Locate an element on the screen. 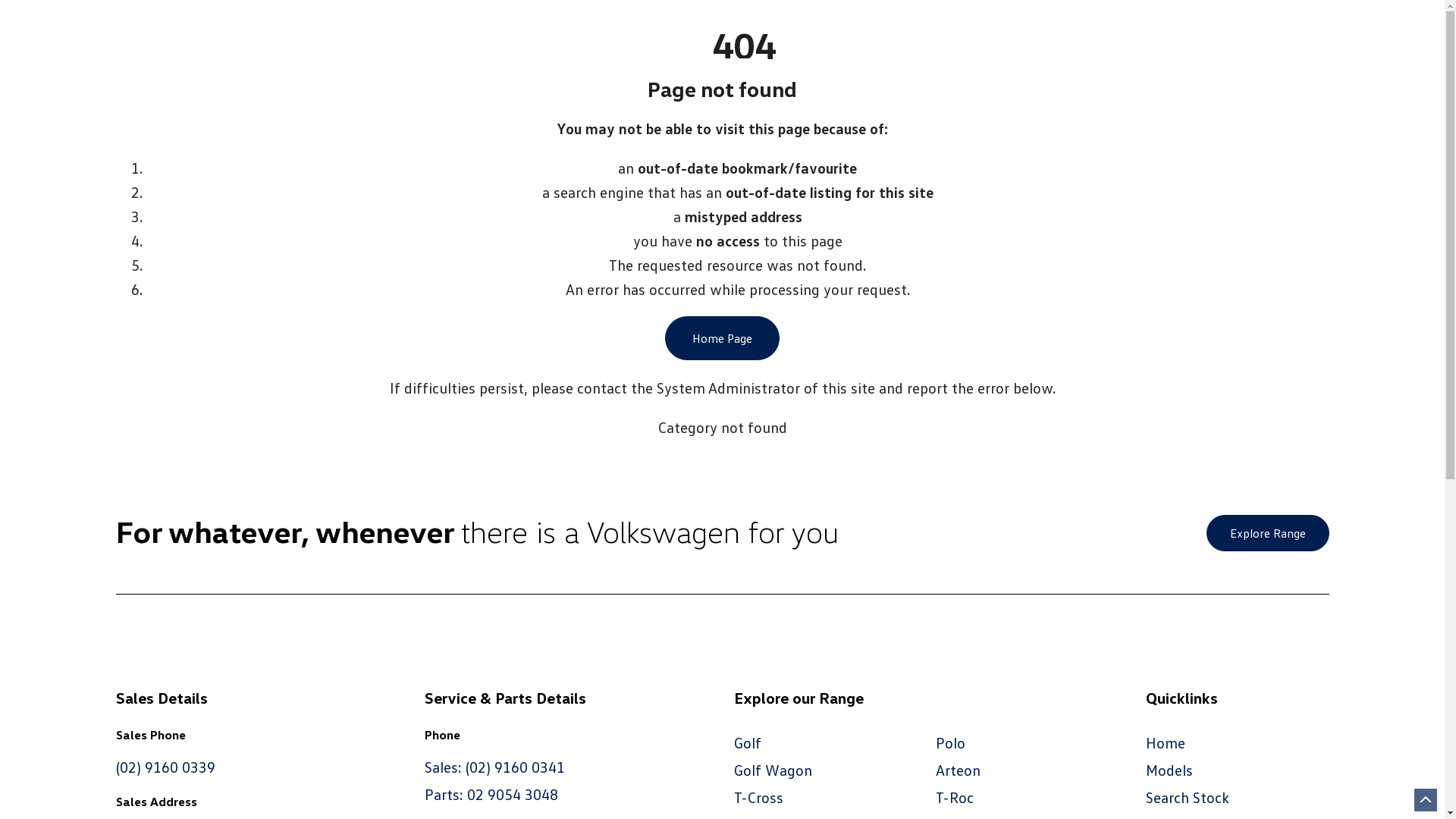  '(02) 9160 0339' is located at coordinates (165, 766).